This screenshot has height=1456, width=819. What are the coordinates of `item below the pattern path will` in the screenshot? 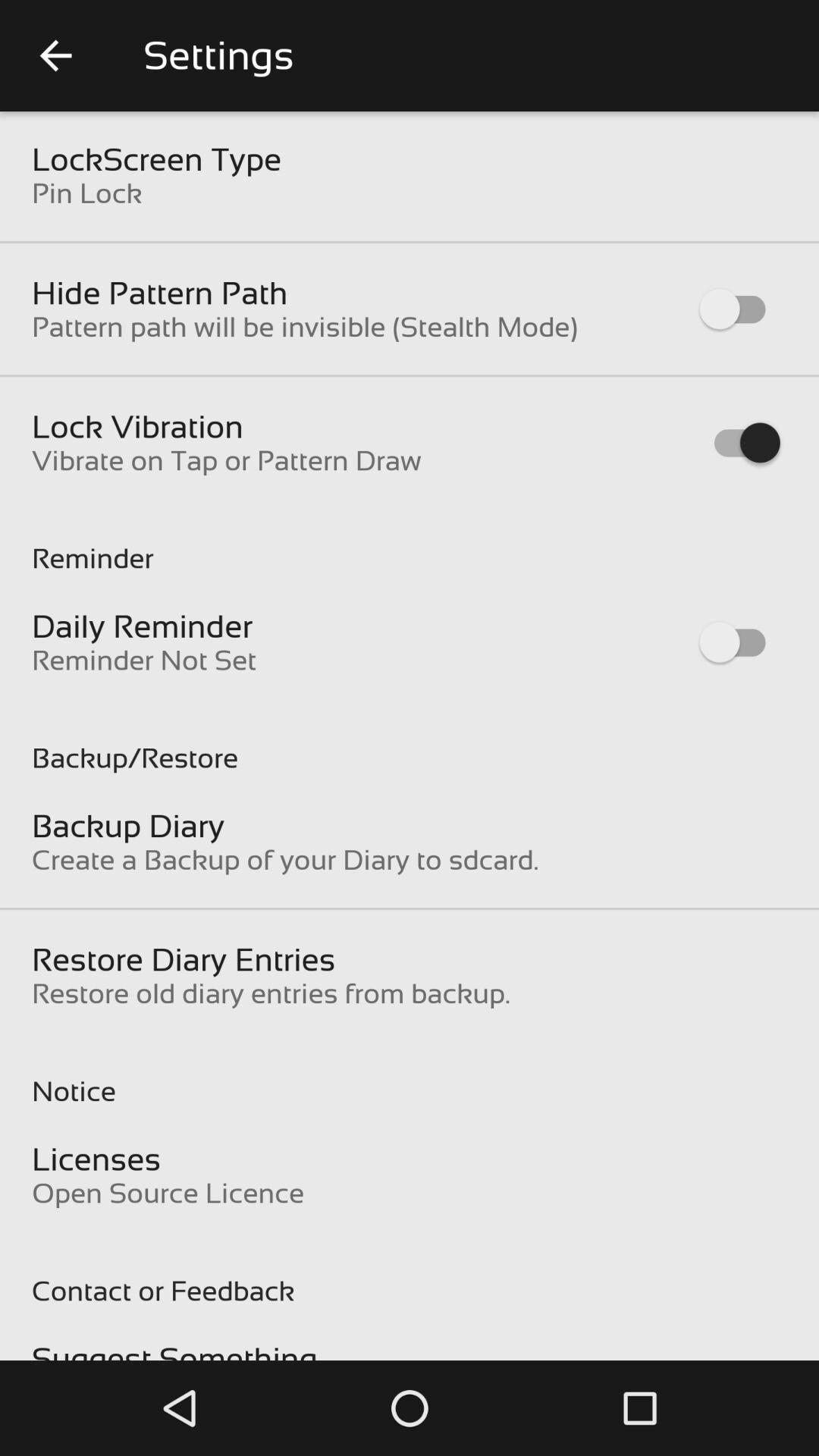 It's located at (137, 425).